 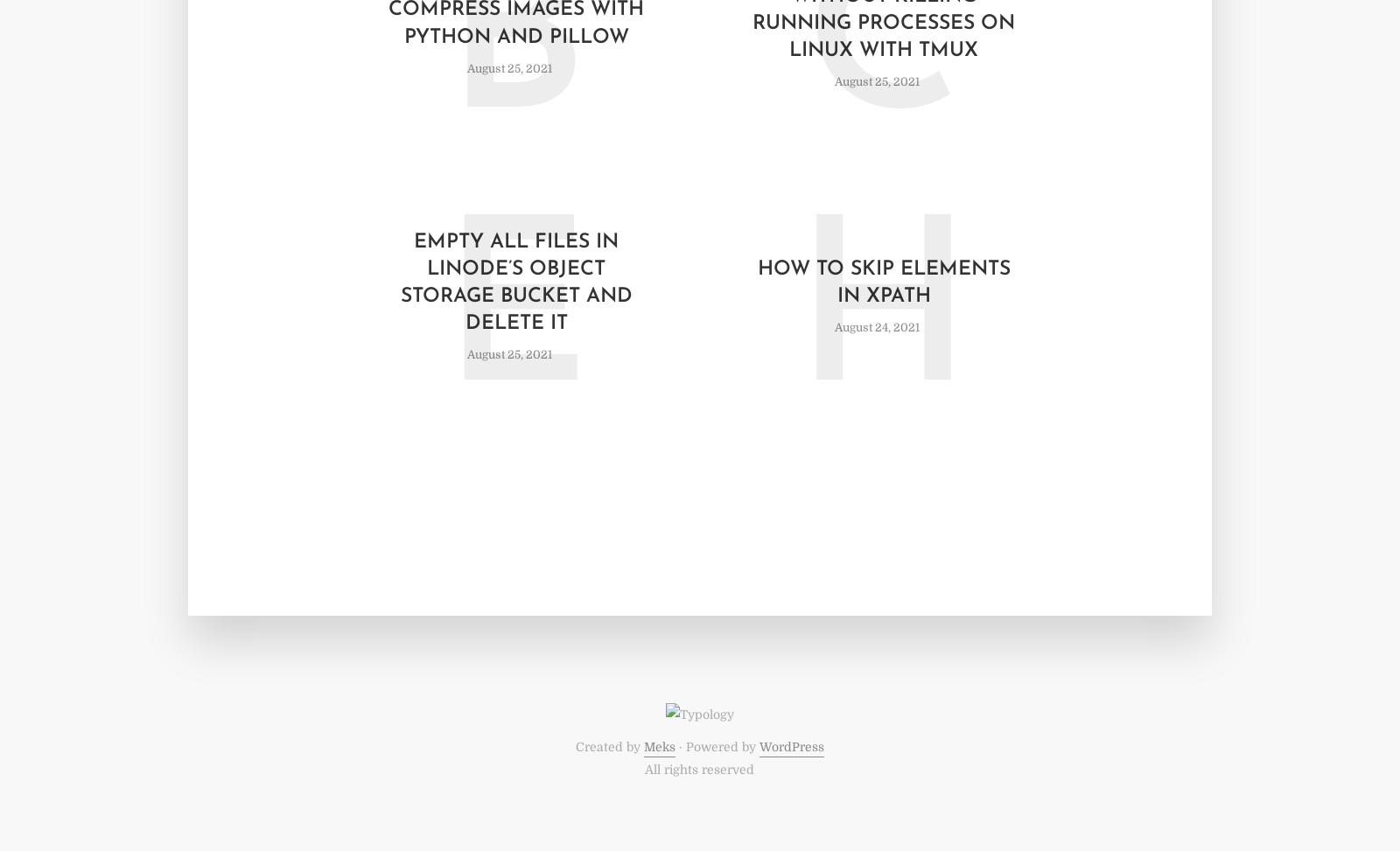 What do you see at coordinates (658, 746) in the screenshot?
I see `'Meks'` at bounding box center [658, 746].